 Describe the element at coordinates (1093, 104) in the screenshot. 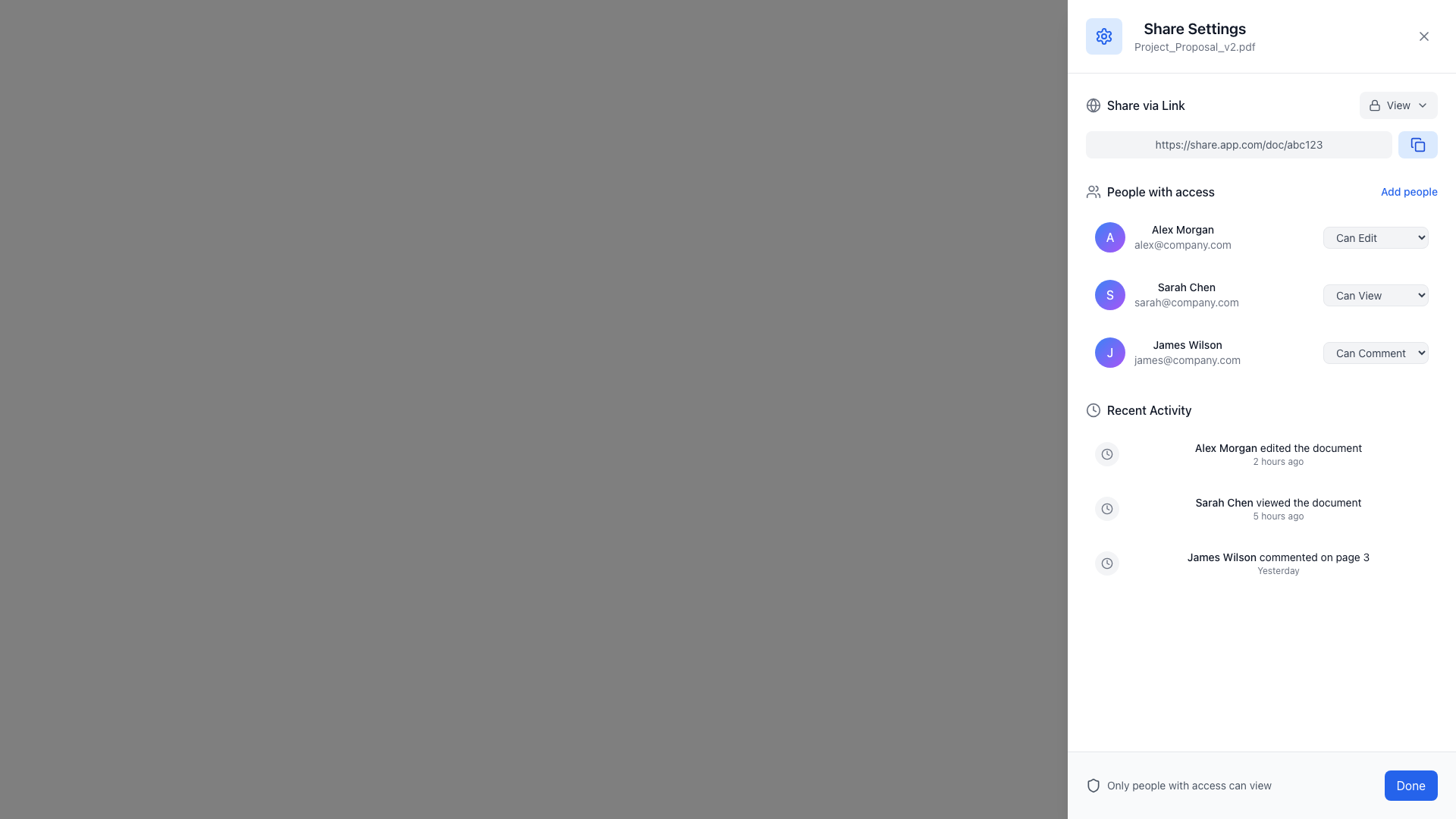

I see `the share options icon located to the left of the 'Share via Link' text, which serves as a visual indicator for sharing options via a link` at that location.